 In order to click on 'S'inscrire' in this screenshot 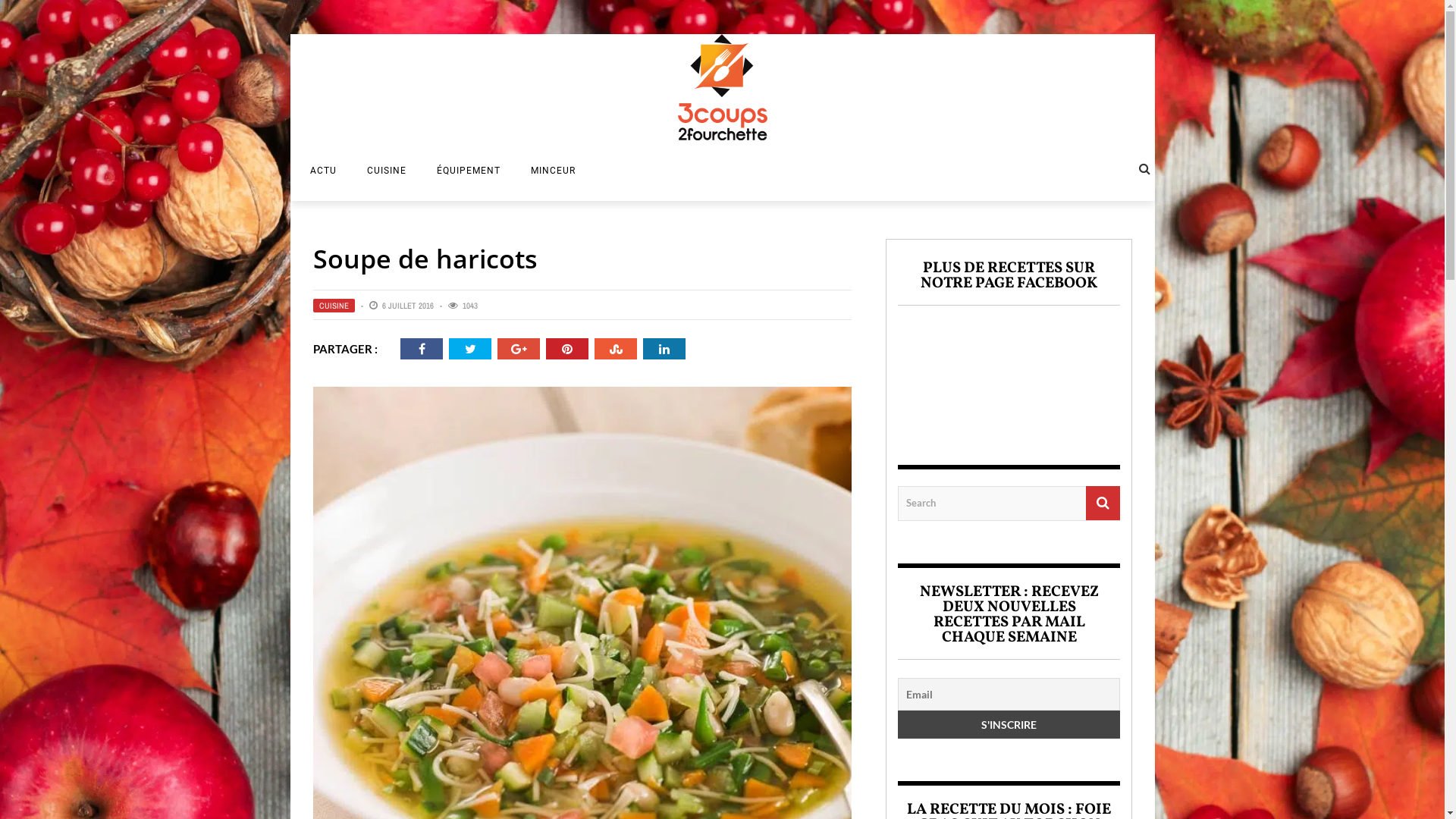, I will do `click(1009, 723)`.